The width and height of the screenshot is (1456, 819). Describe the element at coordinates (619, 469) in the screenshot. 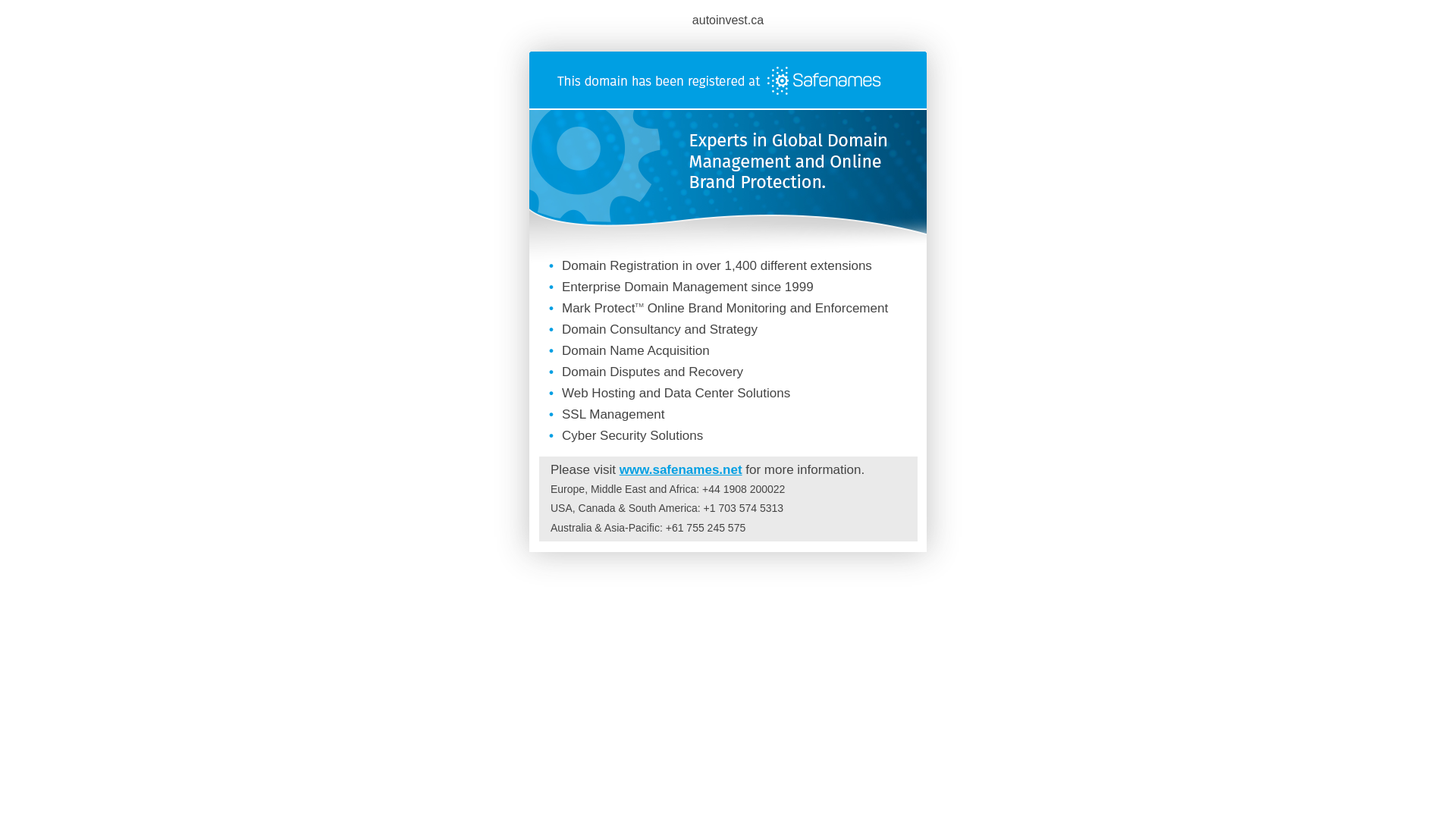

I see `'www.safenames.net'` at that location.